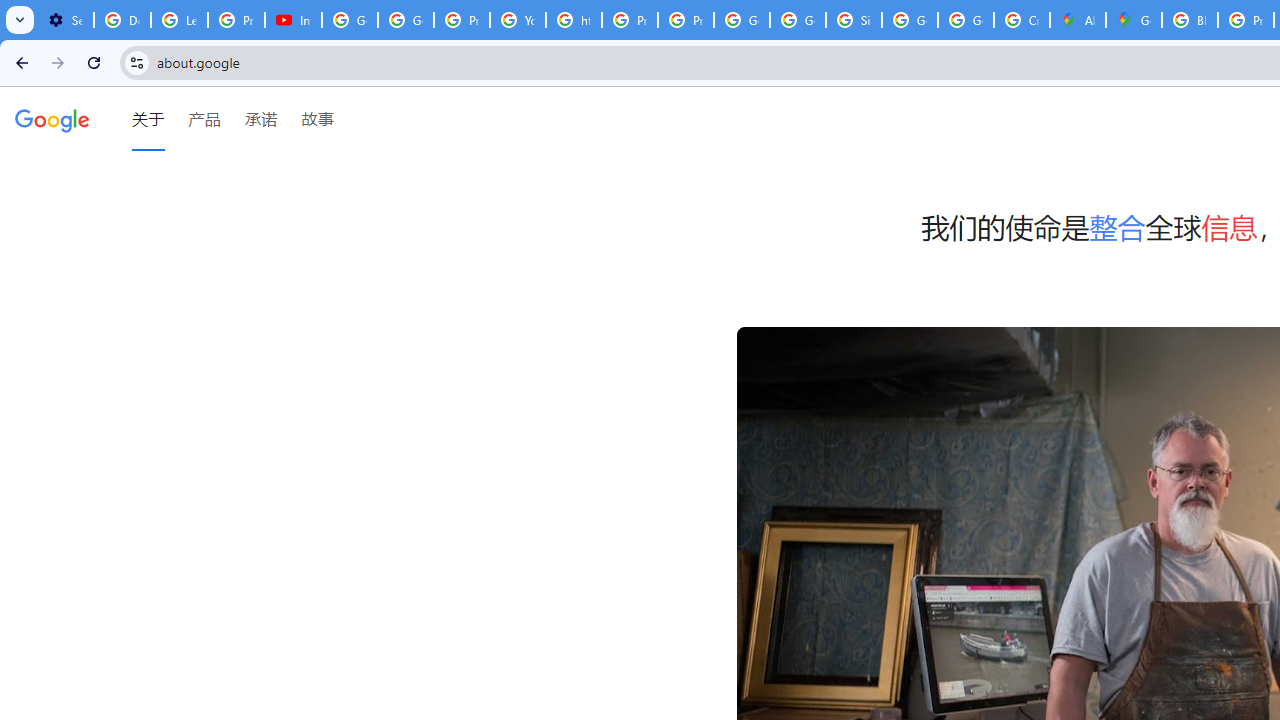 This screenshot has width=1280, height=720. I want to click on 'Sign in - Google Accounts', so click(853, 20).